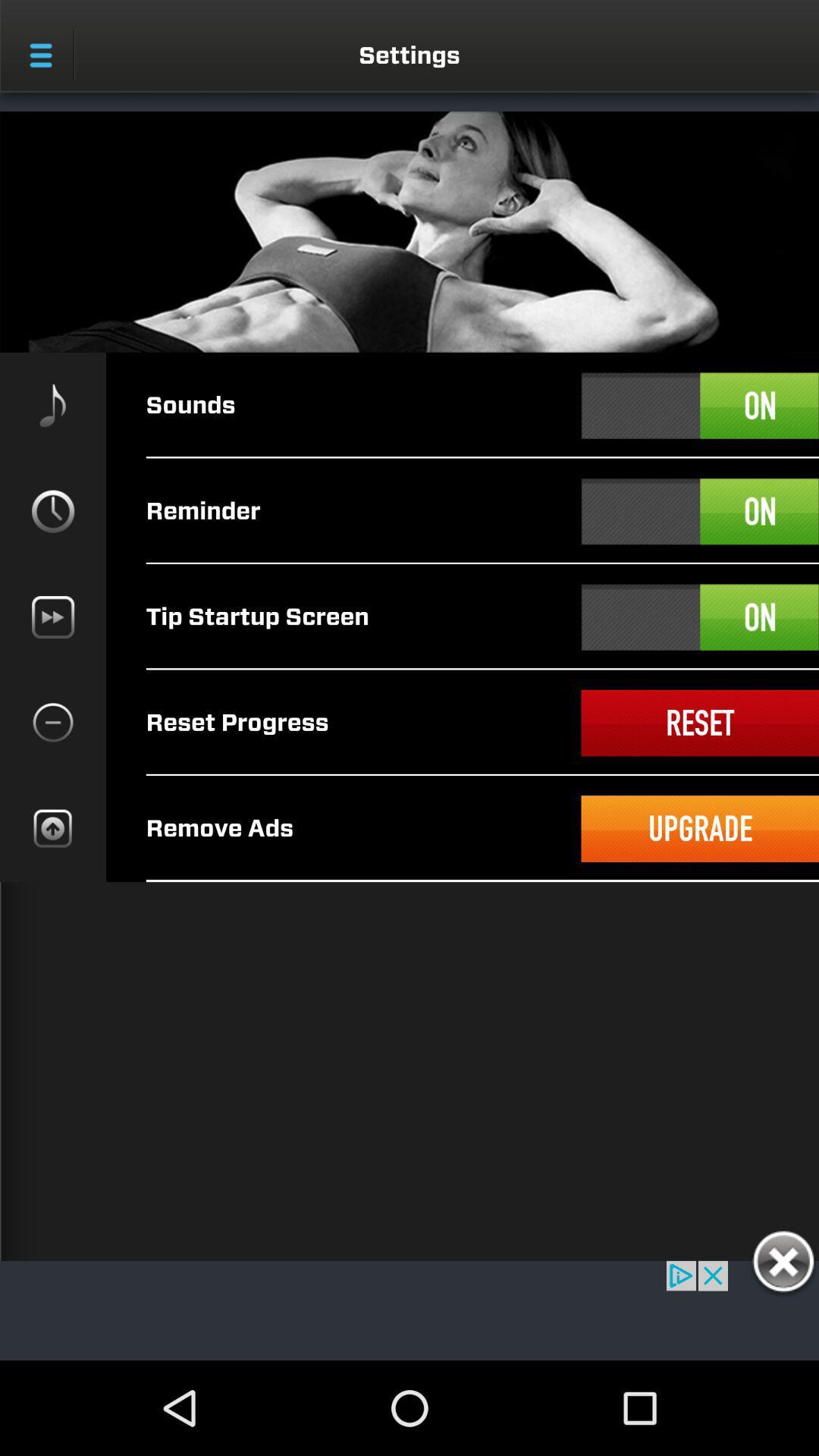  I want to click on this box, so click(783, 1264).